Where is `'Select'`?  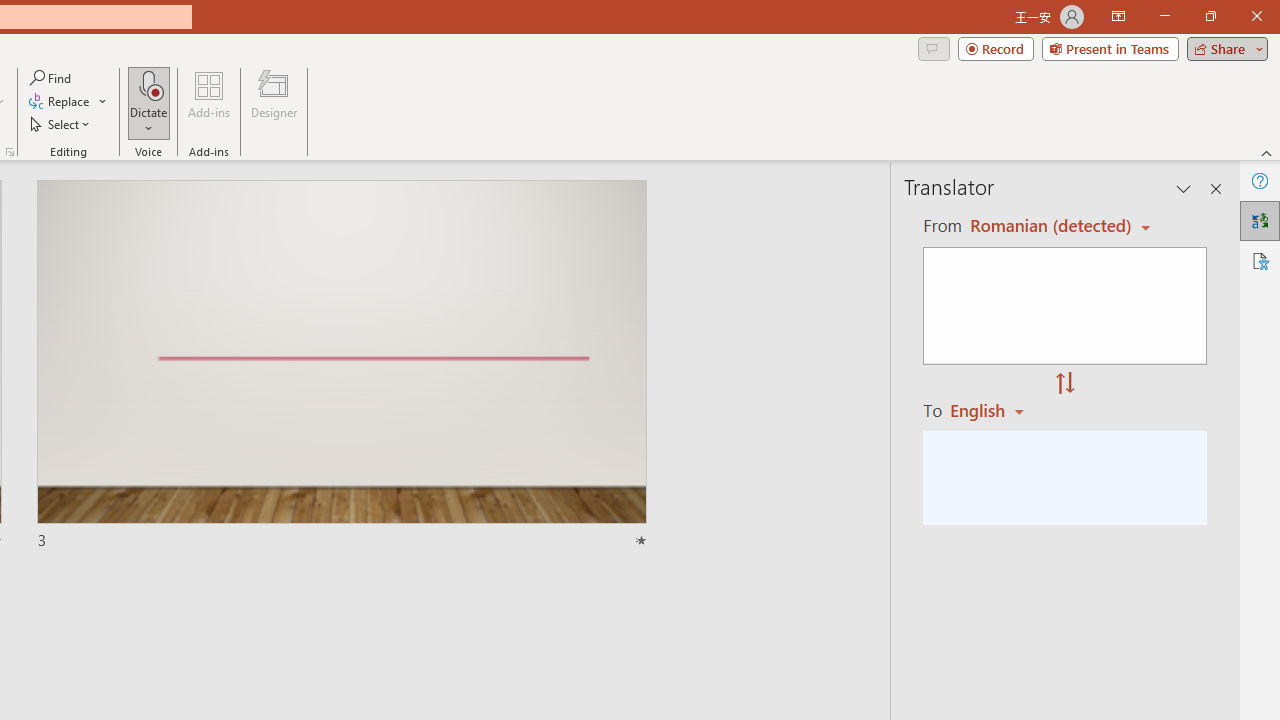
'Select' is located at coordinates (61, 124).